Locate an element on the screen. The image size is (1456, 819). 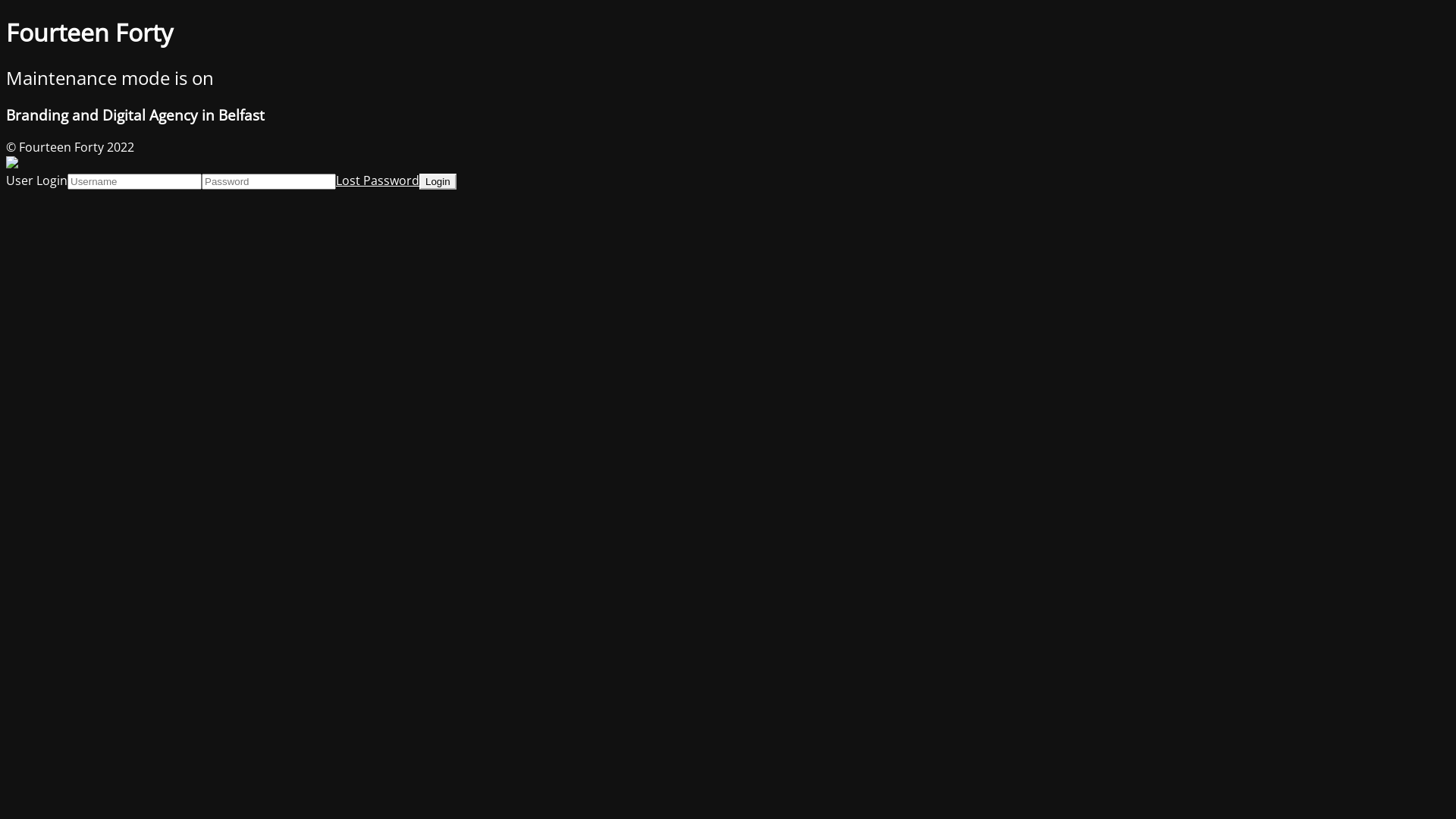
'Lost Password' is located at coordinates (378, 178).